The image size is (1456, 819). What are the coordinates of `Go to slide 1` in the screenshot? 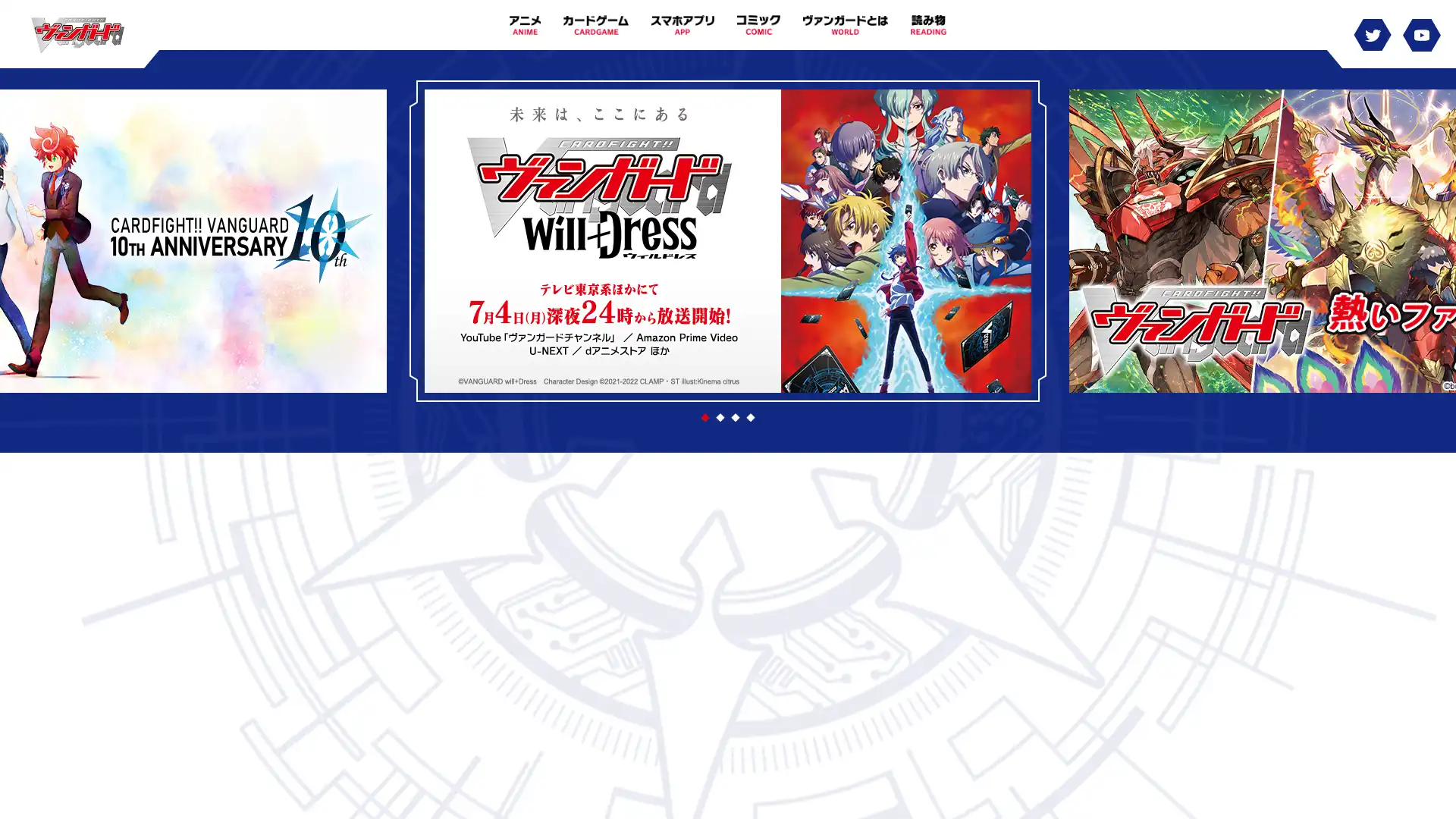 It's located at (704, 418).